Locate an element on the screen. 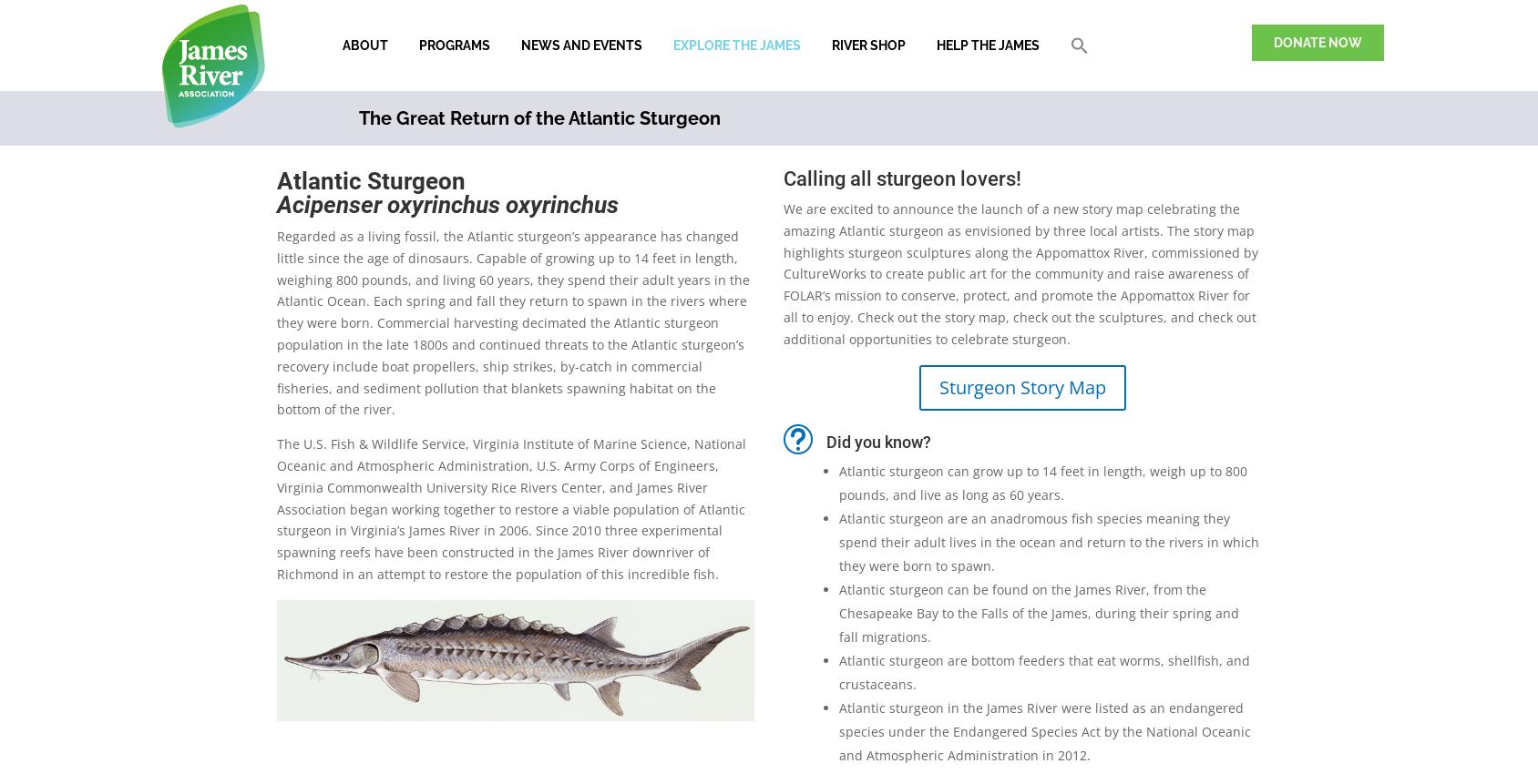 Image resolution: width=1538 pixels, height=784 pixels. 'lovers!' is located at coordinates (988, 178).